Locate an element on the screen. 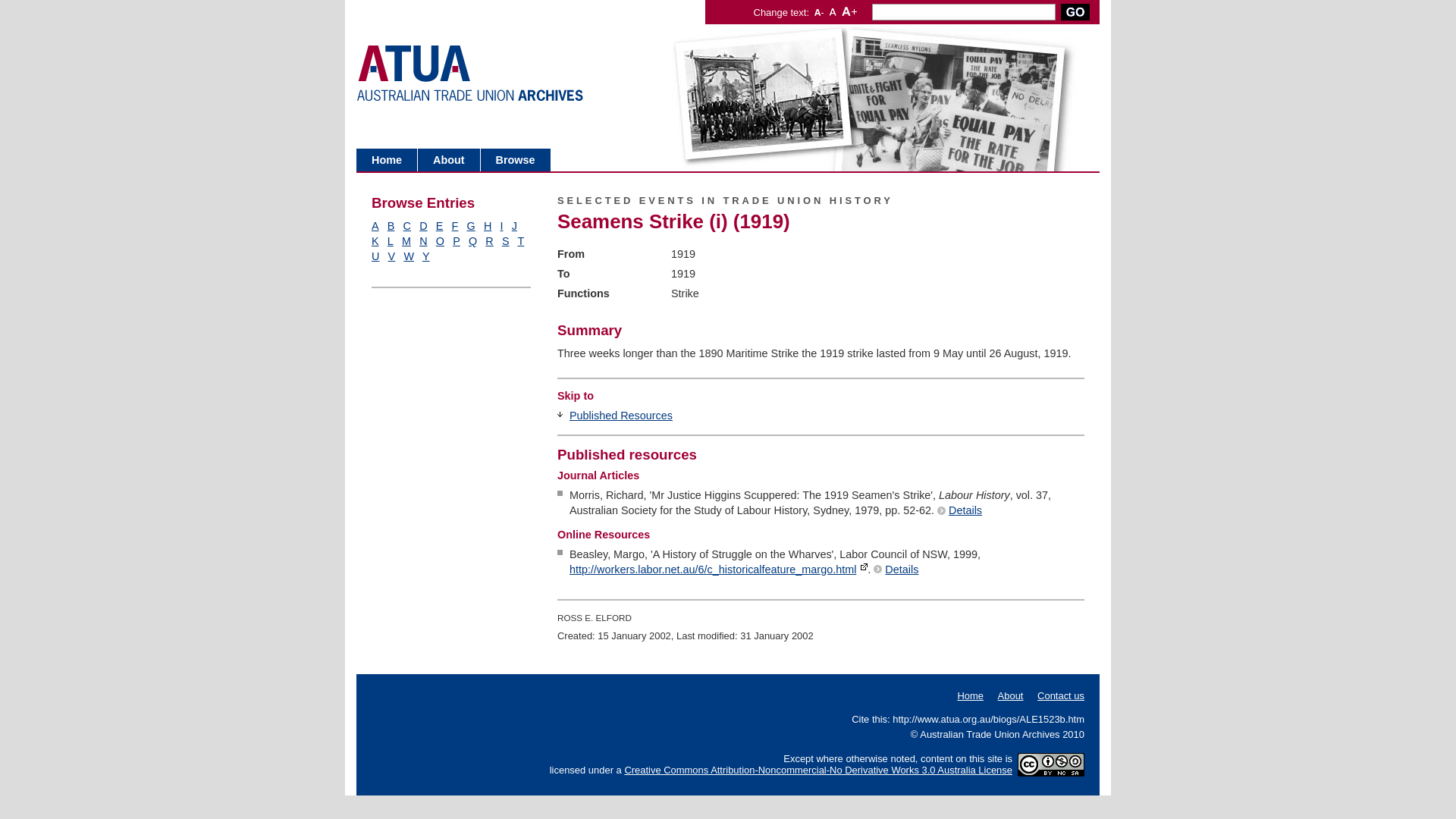 This screenshot has width=1456, height=819. 'Details' is located at coordinates (959, 510).